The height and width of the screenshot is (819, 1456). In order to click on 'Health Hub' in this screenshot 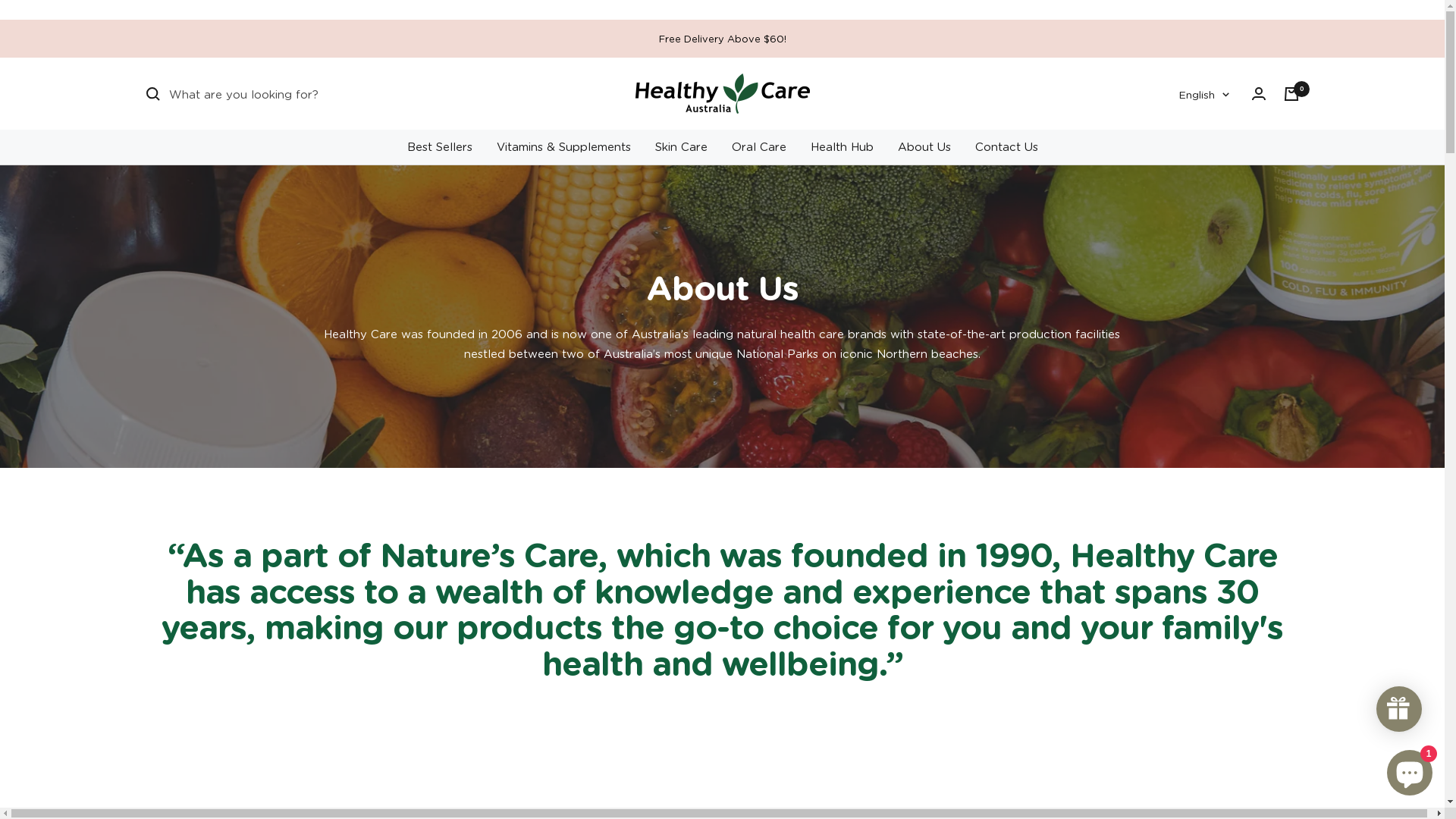, I will do `click(809, 146)`.